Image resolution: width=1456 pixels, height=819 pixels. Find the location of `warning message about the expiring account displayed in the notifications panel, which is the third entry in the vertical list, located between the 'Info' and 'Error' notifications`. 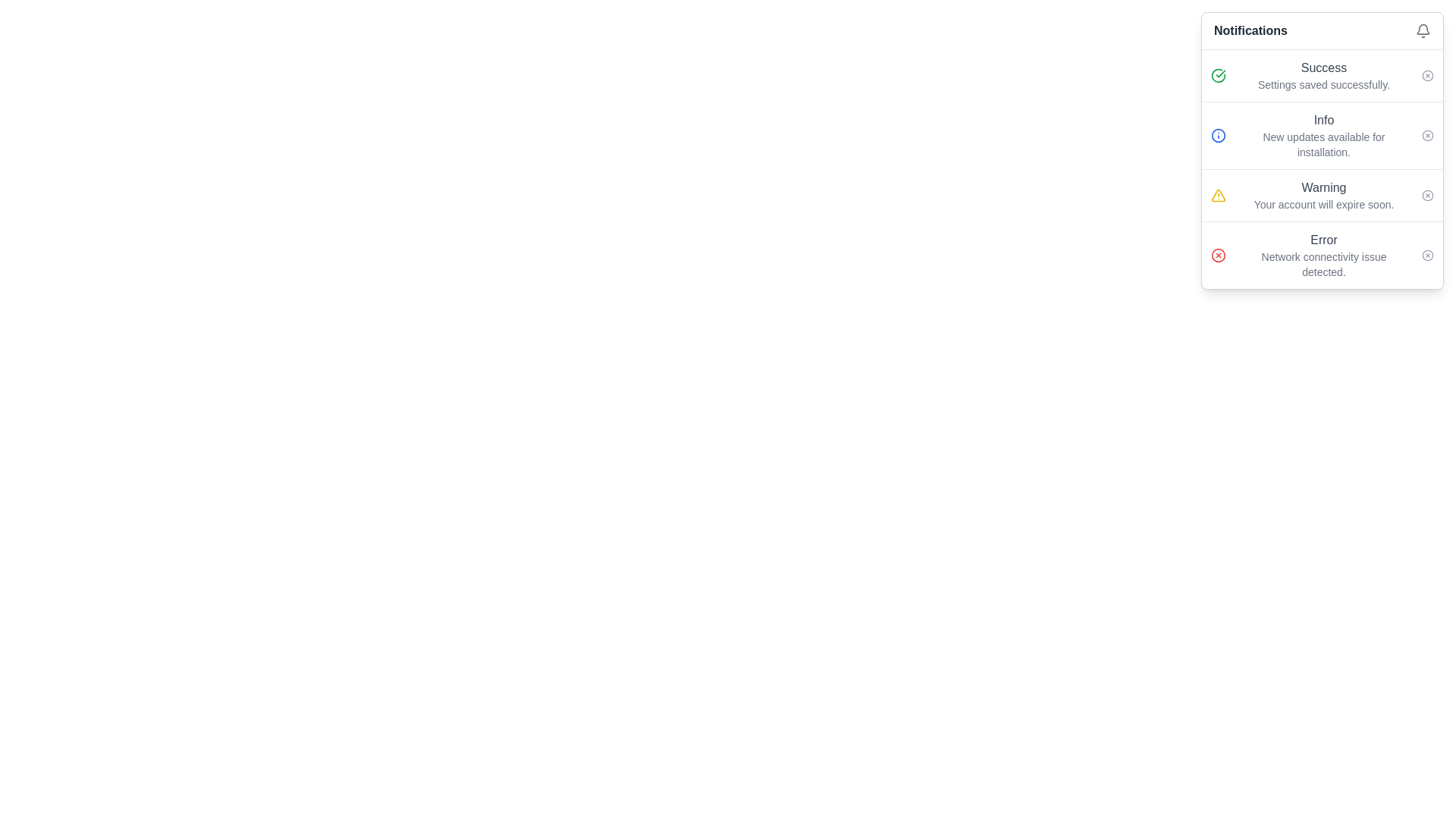

warning message about the expiring account displayed in the notifications panel, which is the third entry in the vertical list, located between the 'Info' and 'Error' notifications is located at coordinates (1323, 195).